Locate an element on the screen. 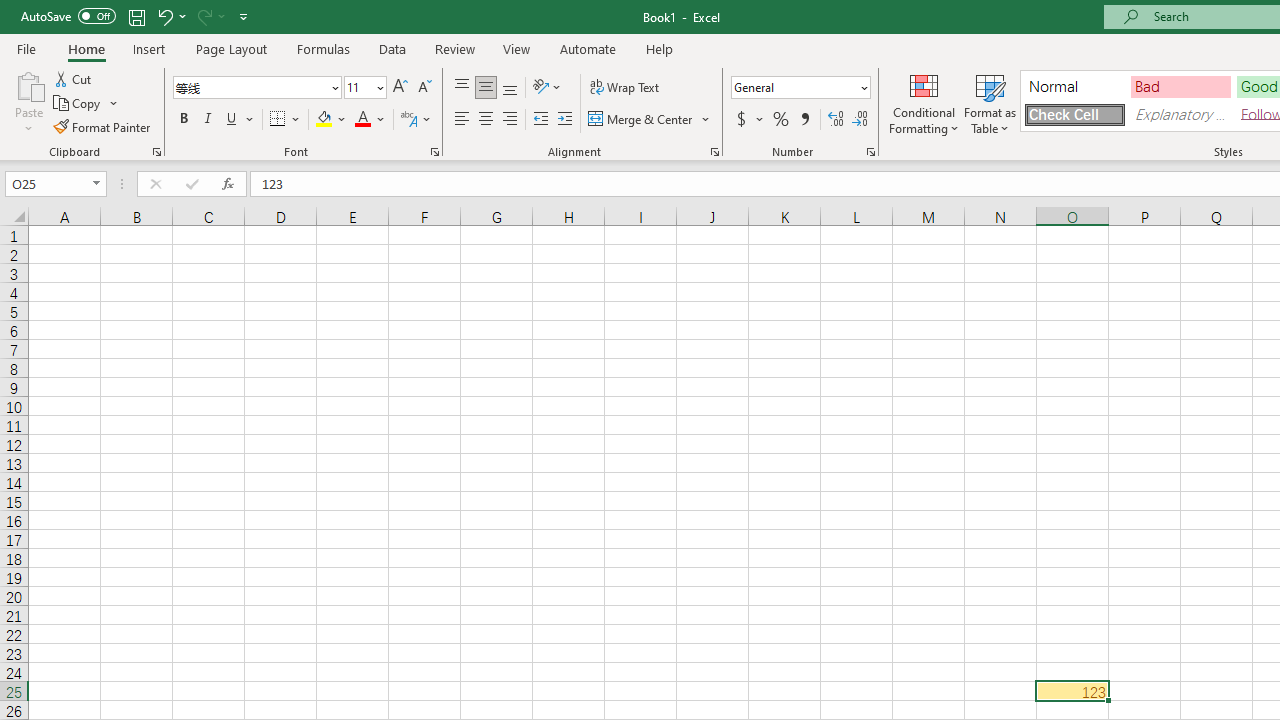  'AutoSave' is located at coordinates (68, 16).